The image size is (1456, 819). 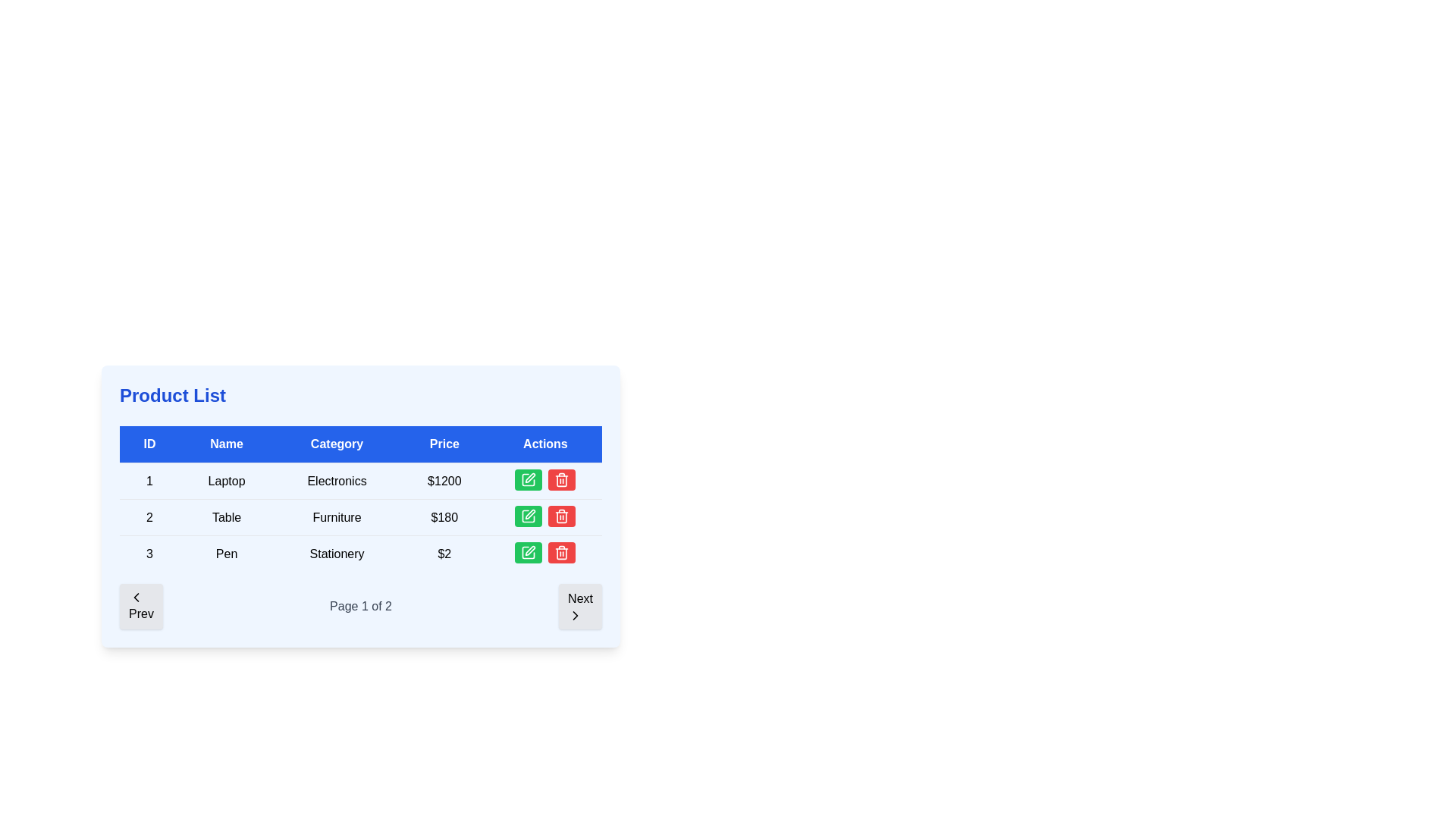 I want to click on the table header cell with a blue background and white text that reads 'ID', which is located at the top left of the table, so click(x=149, y=444).